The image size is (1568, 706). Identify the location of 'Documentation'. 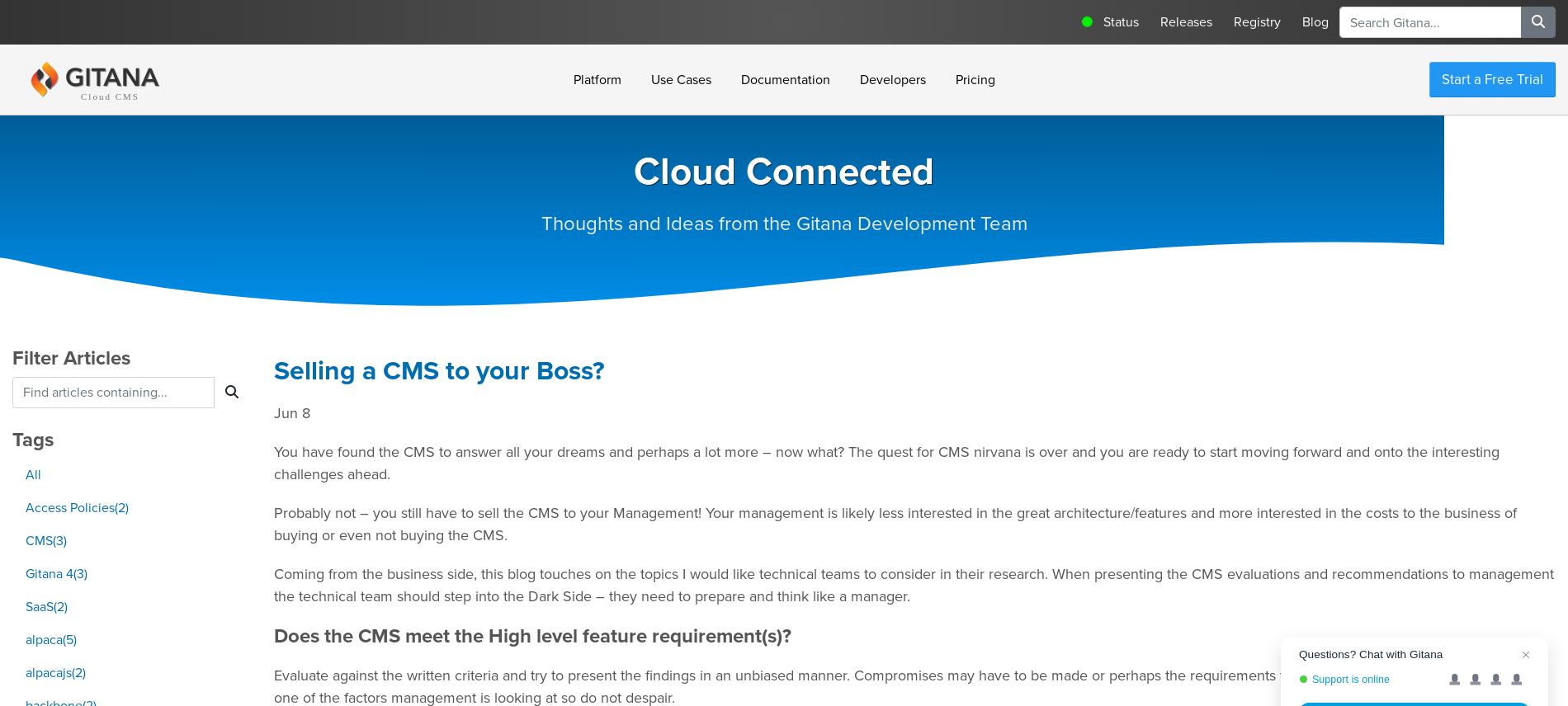
(784, 78).